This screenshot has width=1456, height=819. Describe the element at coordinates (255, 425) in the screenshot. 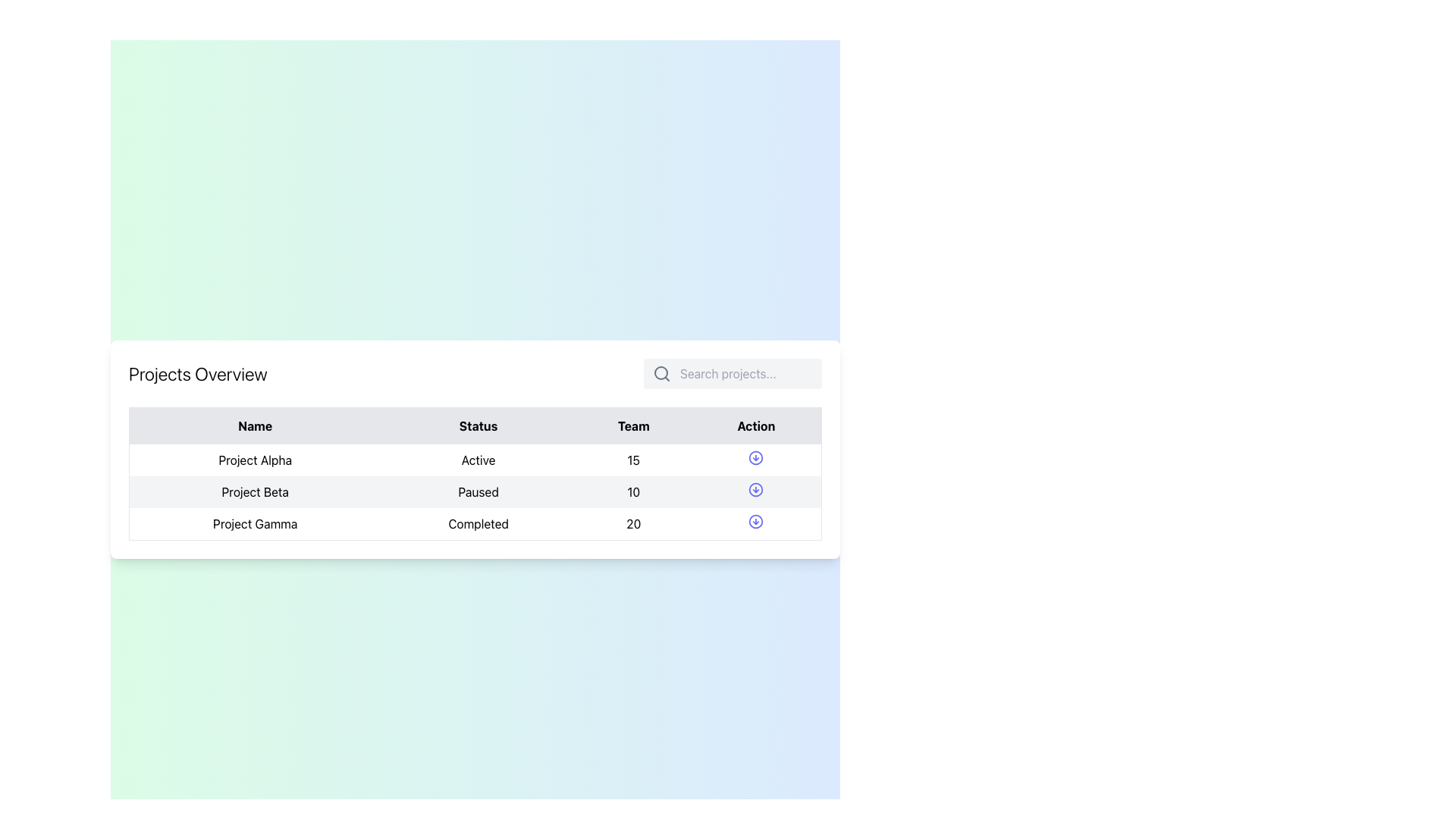

I see `the 'Name' text label, which is the first header in a table layout, displayed in bold black text on a light gray background` at that location.